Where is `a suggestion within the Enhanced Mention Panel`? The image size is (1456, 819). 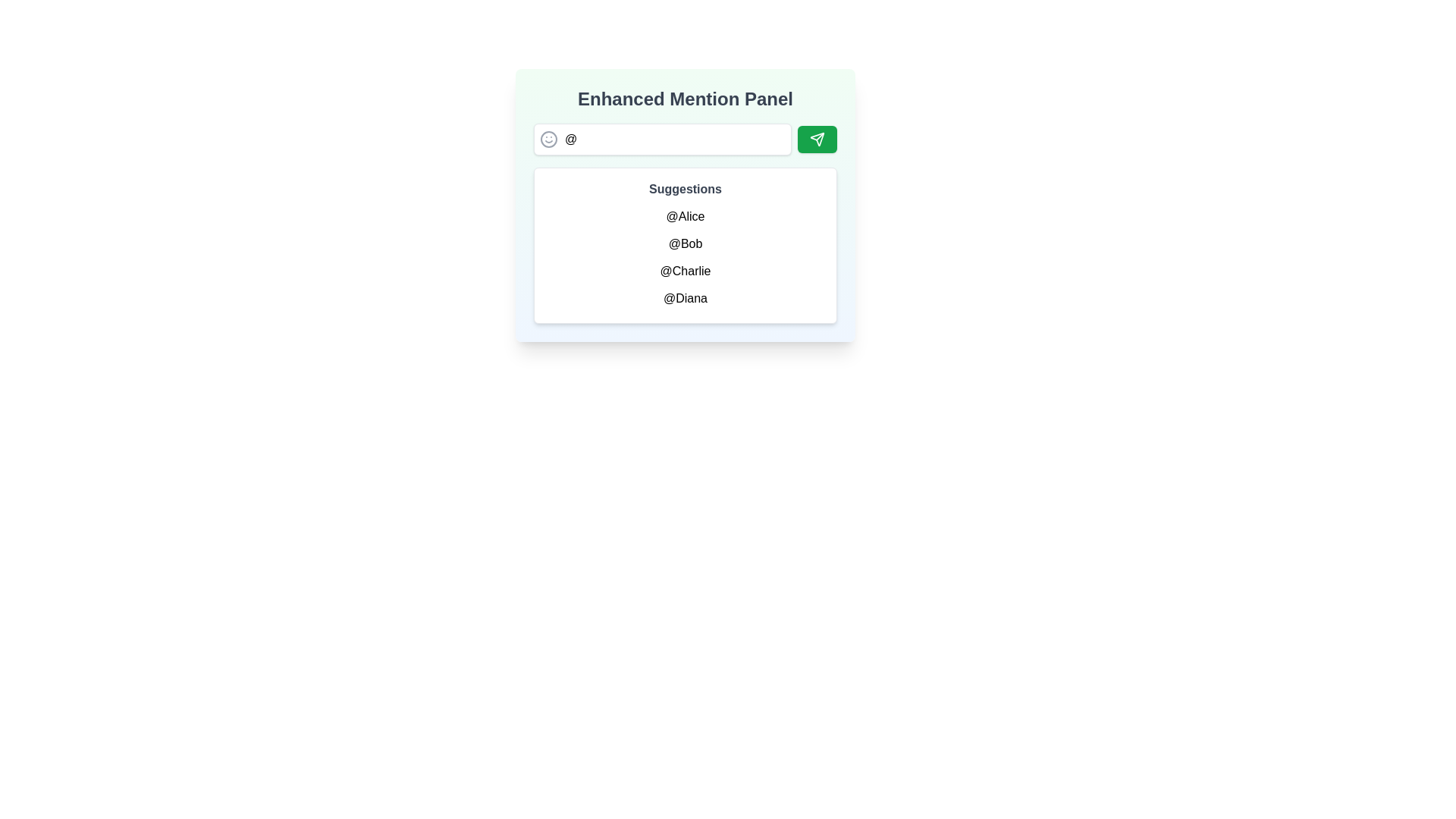 a suggestion within the Enhanced Mention Panel is located at coordinates (684, 205).